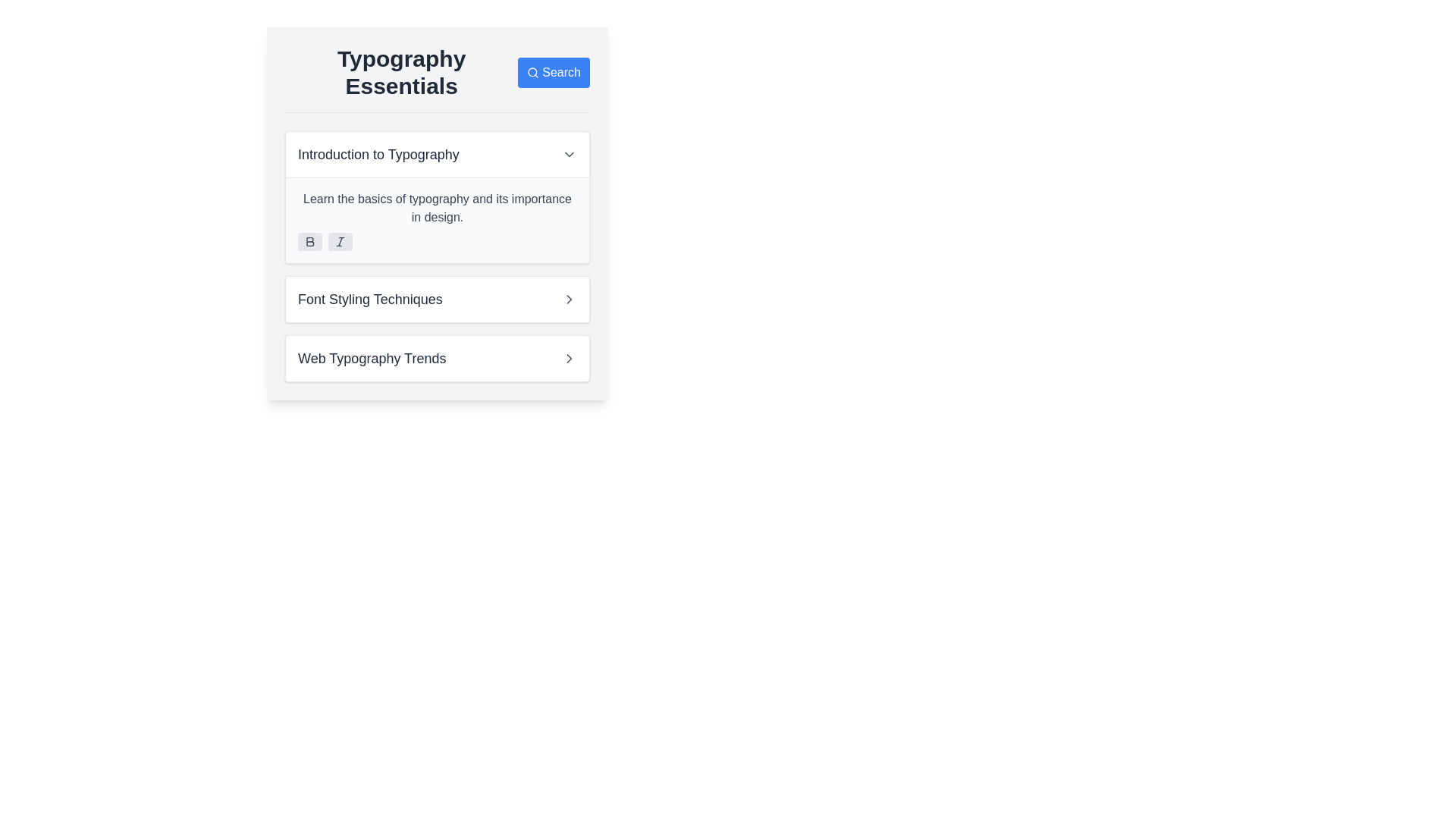  What do you see at coordinates (436, 208) in the screenshot?
I see `text display containing 'Learn the basics of typography and its importance in design.' which is styled in gray and positioned in the center of the section titled 'Introduction to Typography'` at bounding box center [436, 208].